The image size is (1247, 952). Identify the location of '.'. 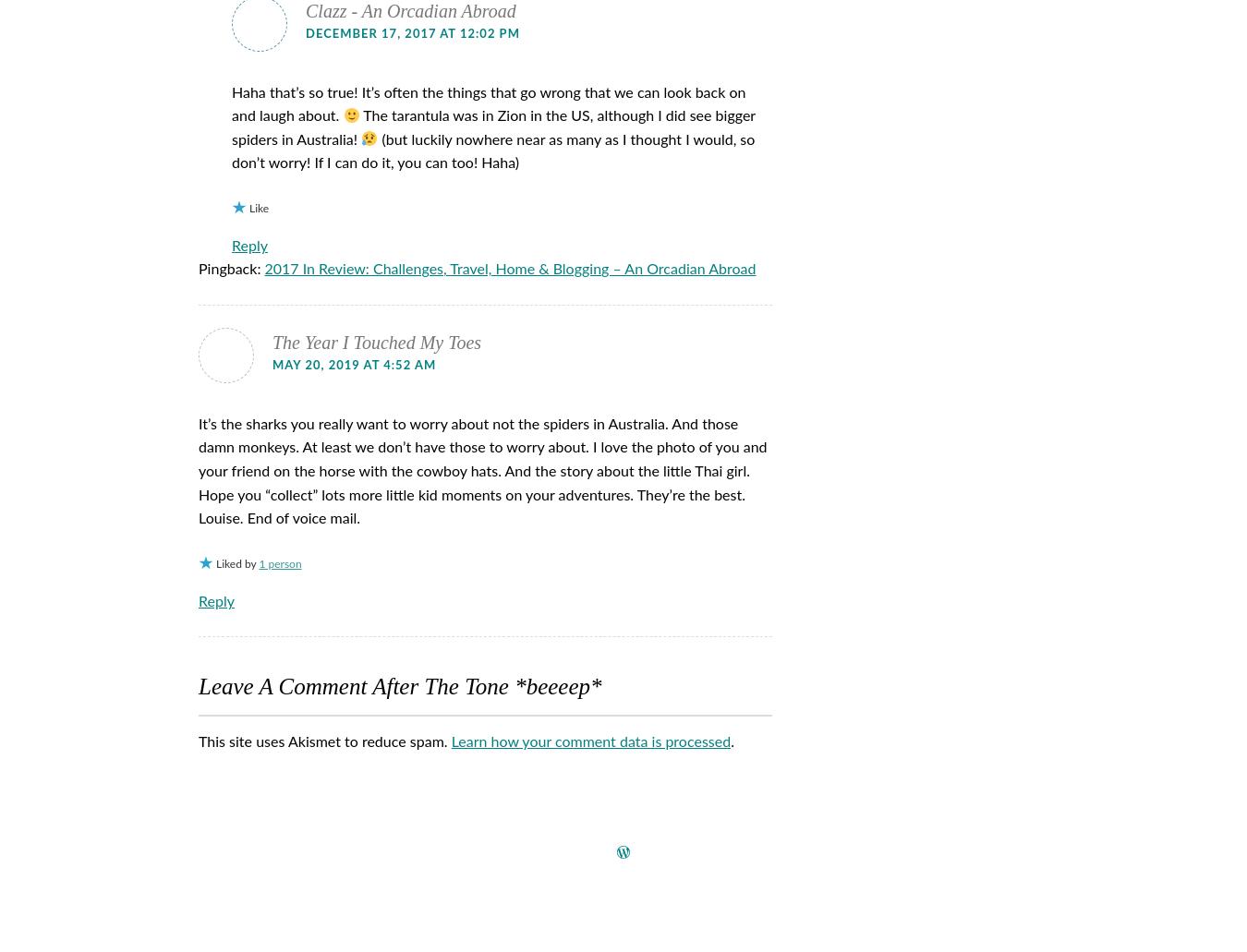
(732, 741).